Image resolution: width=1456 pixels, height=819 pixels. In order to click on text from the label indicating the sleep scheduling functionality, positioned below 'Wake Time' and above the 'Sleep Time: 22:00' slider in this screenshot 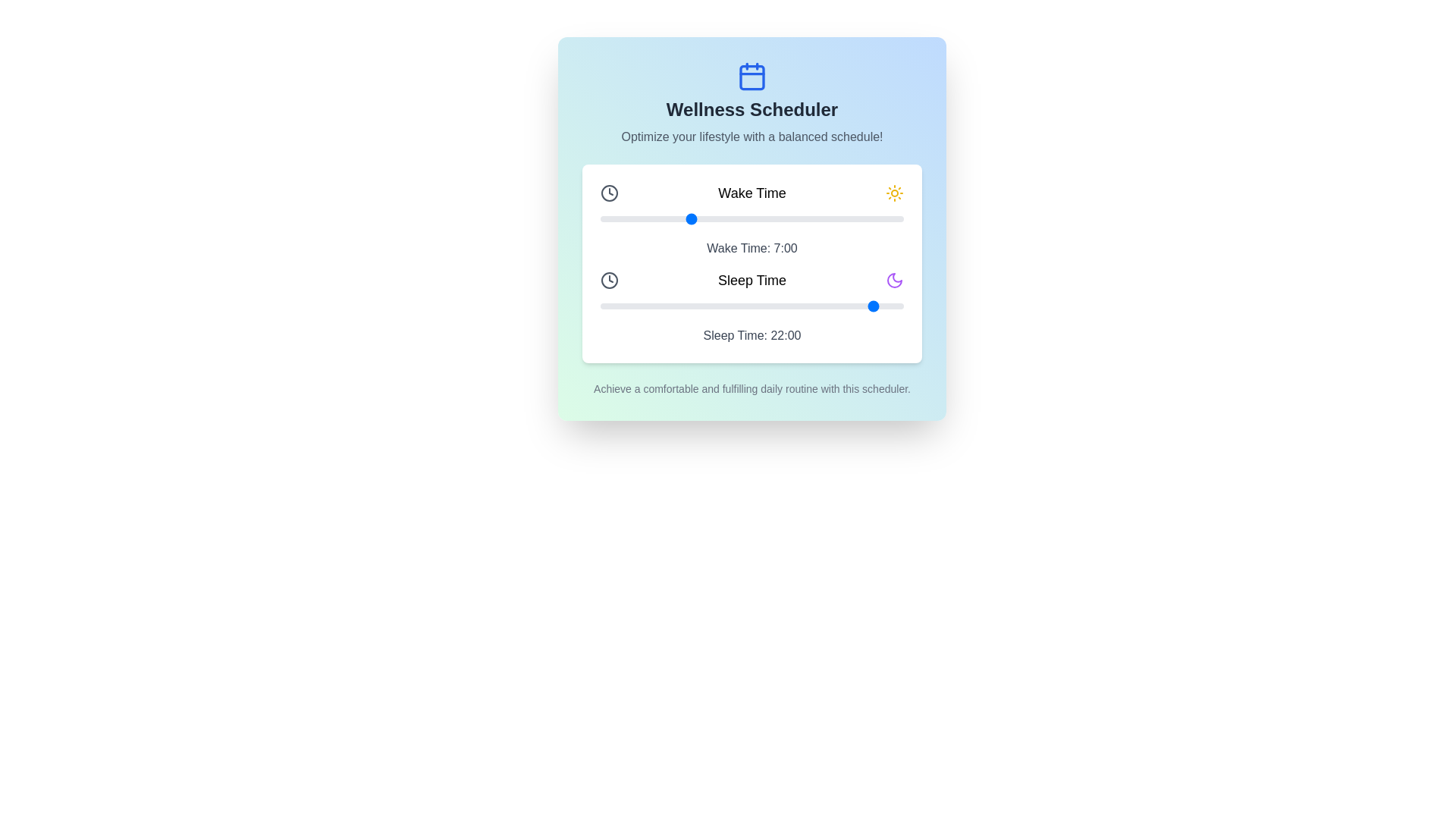, I will do `click(752, 281)`.